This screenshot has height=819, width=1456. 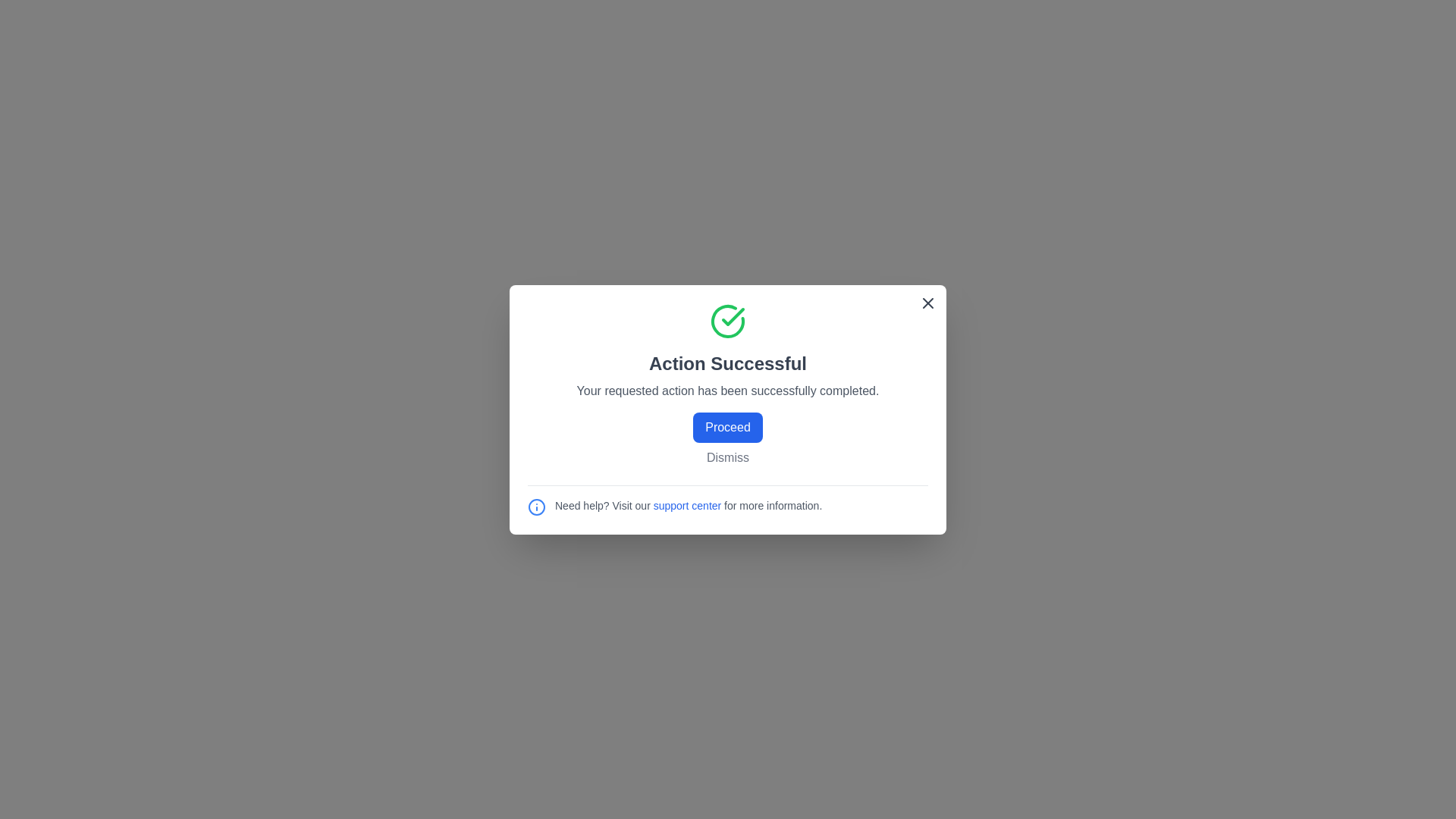 What do you see at coordinates (537, 507) in the screenshot?
I see `the information icon, which is a blue circular outline with a centered vertical line, located to the left of the help message 'Need help? Visit our support center for more information.'` at bounding box center [537, 507].